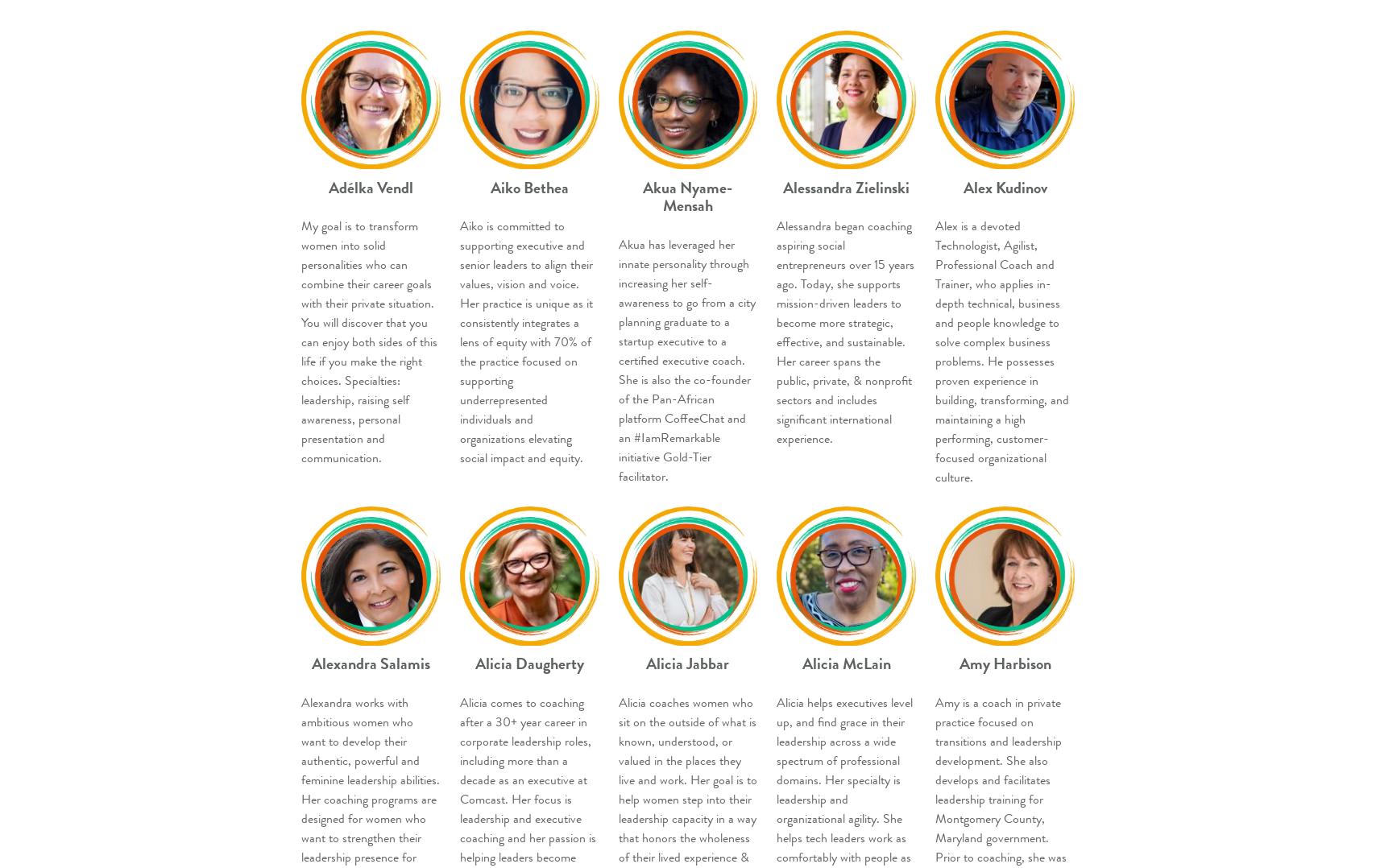  Describe the element at coordinates (528, 663) in the screenshot. I see `'Alicia Daugherty'` at that location.